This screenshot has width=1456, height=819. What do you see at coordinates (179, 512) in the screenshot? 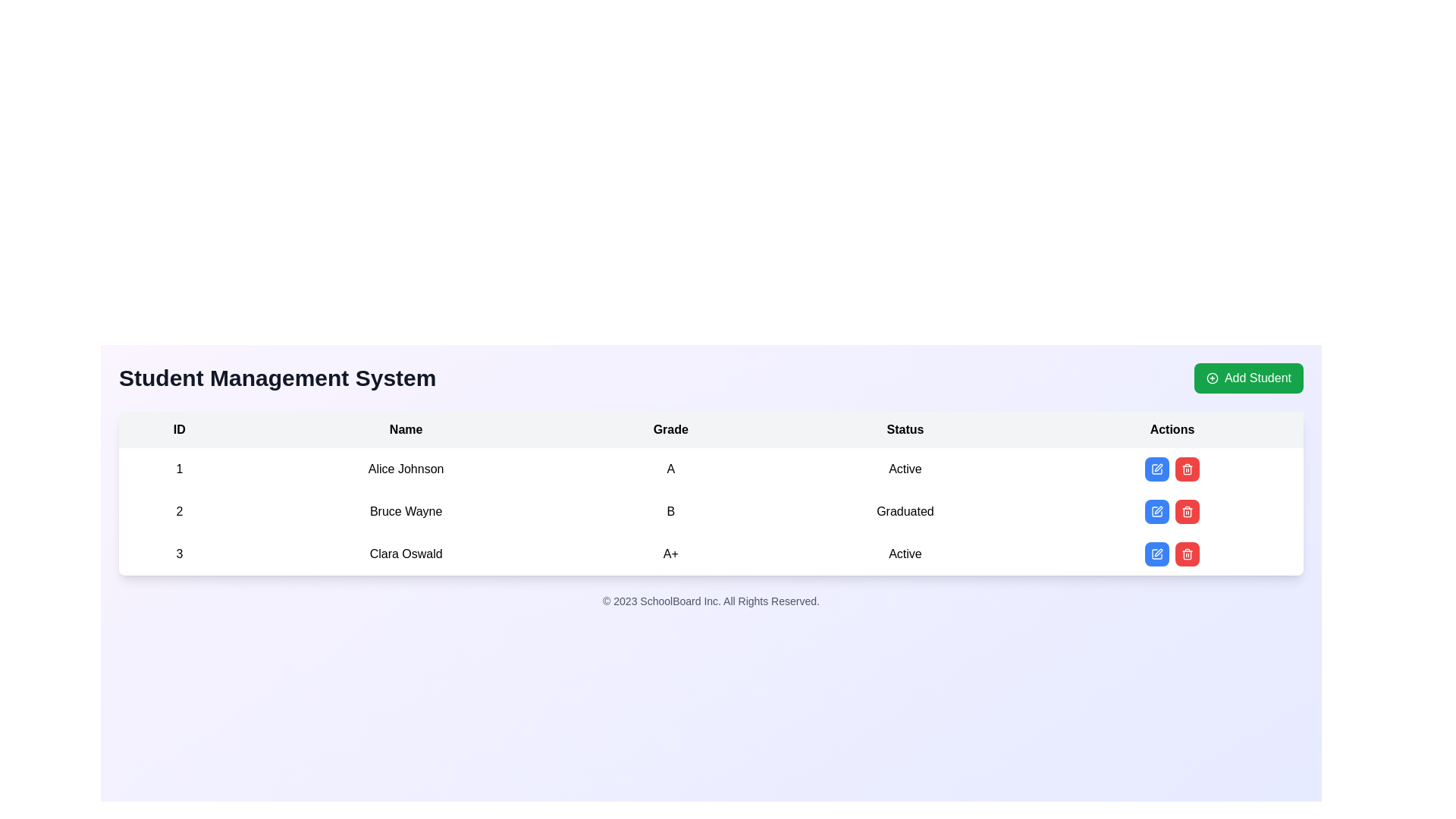
I see `the static text element displaying the number '2', which is located in the second row of a table under the 'ID' column` at bounding box center [179, 512].